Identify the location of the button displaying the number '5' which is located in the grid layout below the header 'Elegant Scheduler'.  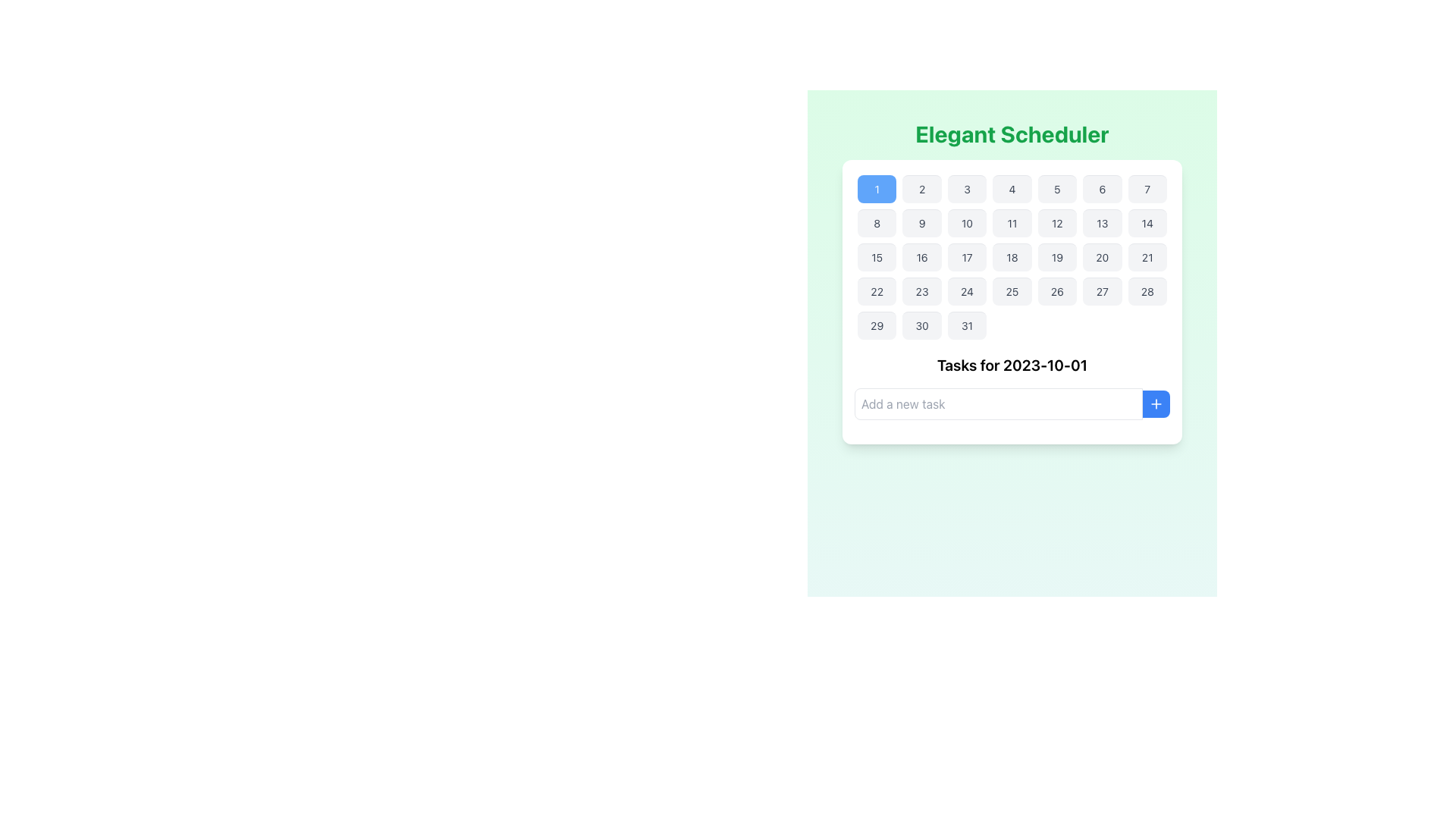
(1056, 188).